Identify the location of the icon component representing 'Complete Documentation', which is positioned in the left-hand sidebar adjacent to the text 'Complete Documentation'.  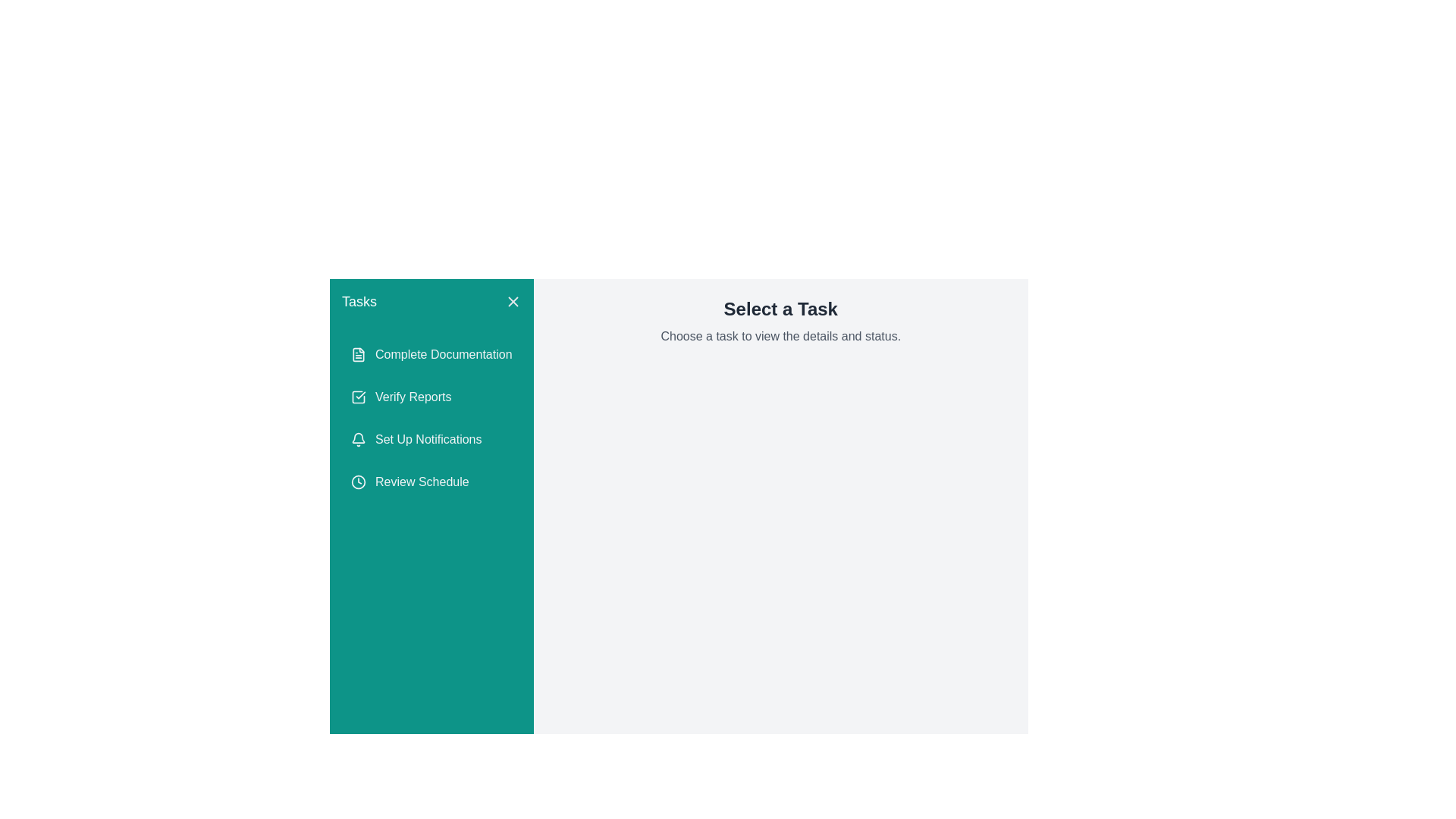
(358, 354).